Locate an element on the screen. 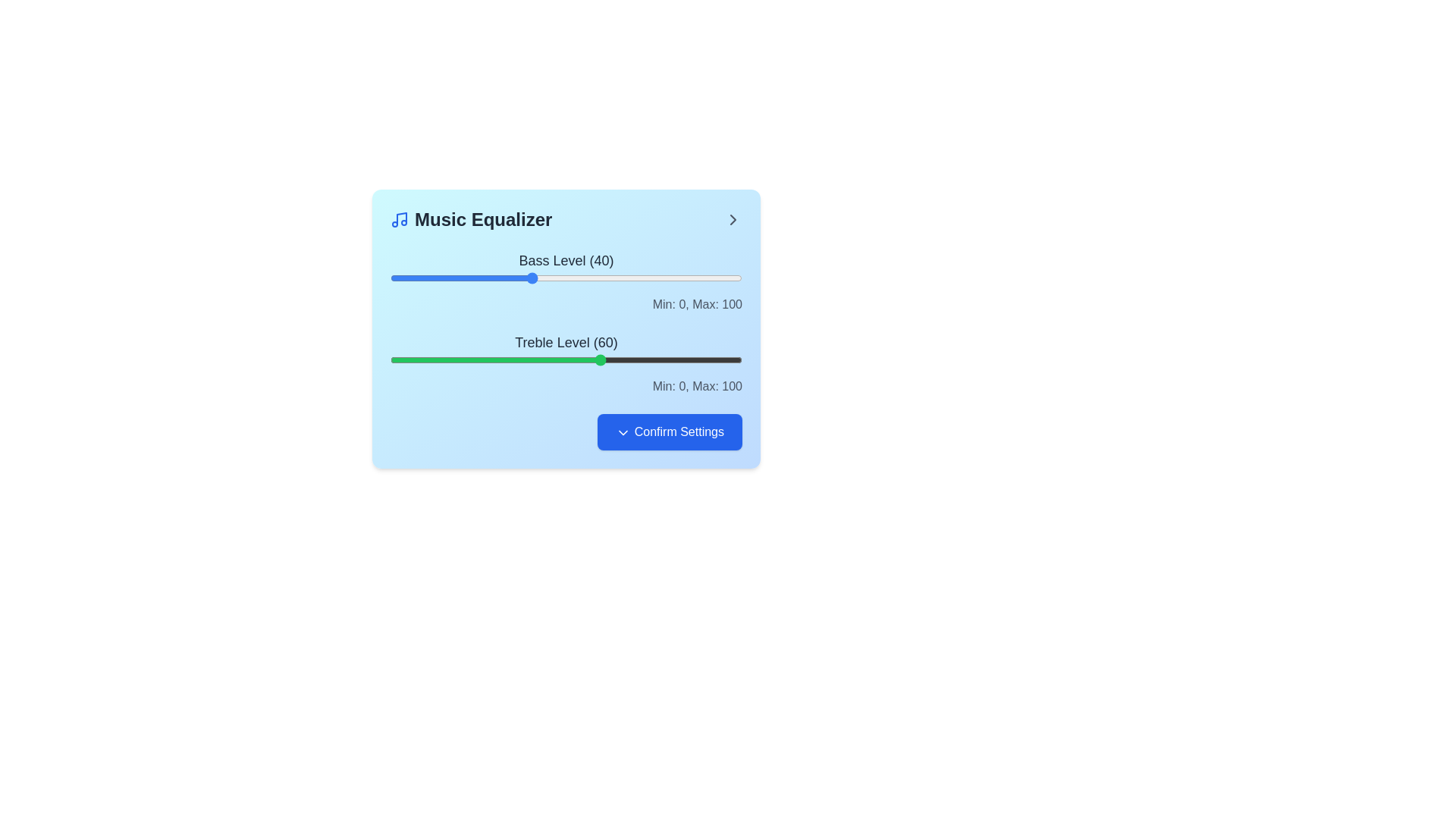 The height and width of the screenshot is (819, 1456). the 'Treble Level (60)' slider, which is a green-accented slider located below the 'Bass Level (40)' slider and above the 'Confirm Settings' button in the 'Music Equalizer' section is located at coordinates (566, 363).